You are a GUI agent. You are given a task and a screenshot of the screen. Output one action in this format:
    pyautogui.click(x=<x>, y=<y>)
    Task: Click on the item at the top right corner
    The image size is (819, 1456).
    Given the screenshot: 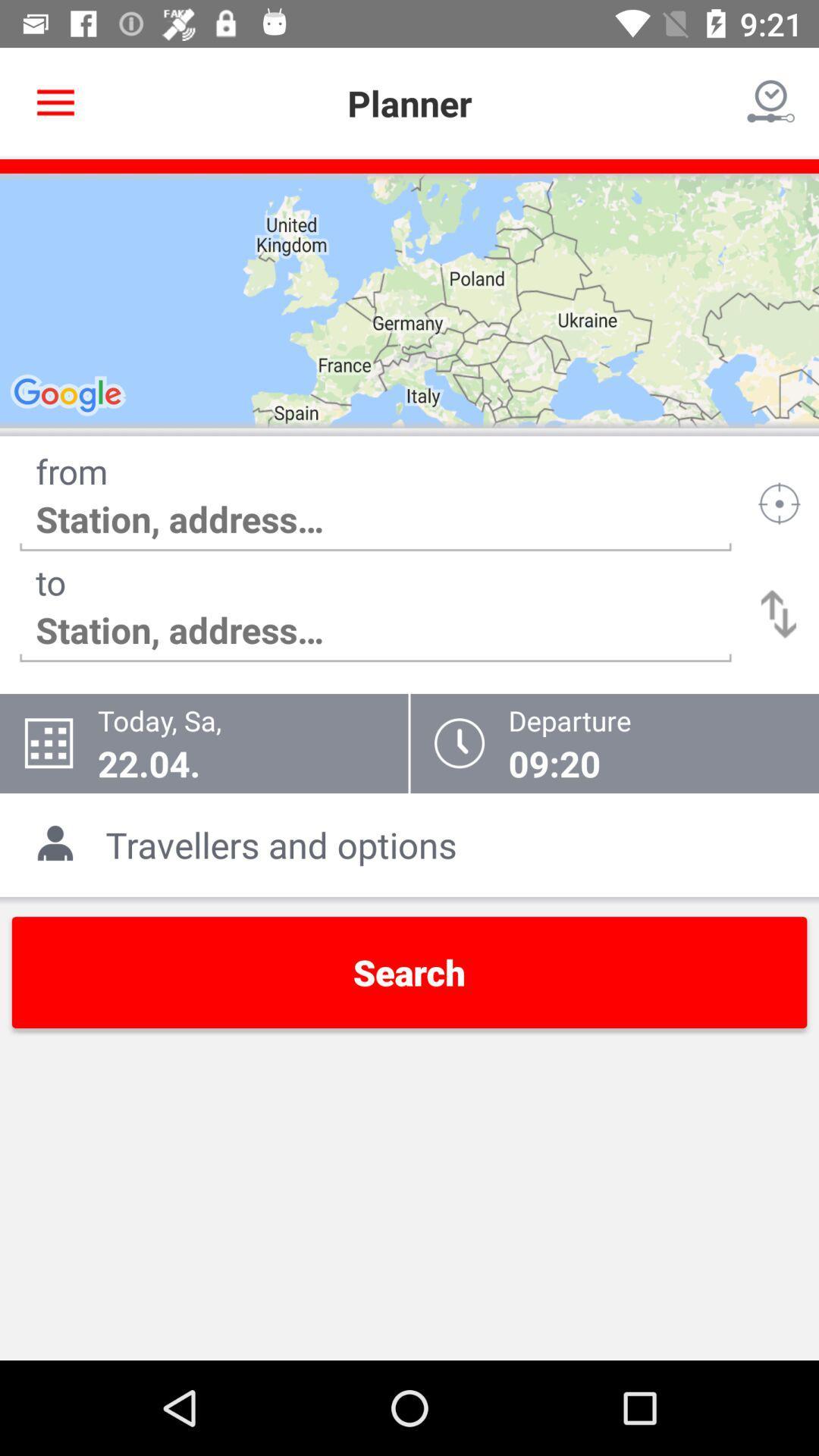 What is the action you would take?
    pyautogui.click(x=771, y=102)
    